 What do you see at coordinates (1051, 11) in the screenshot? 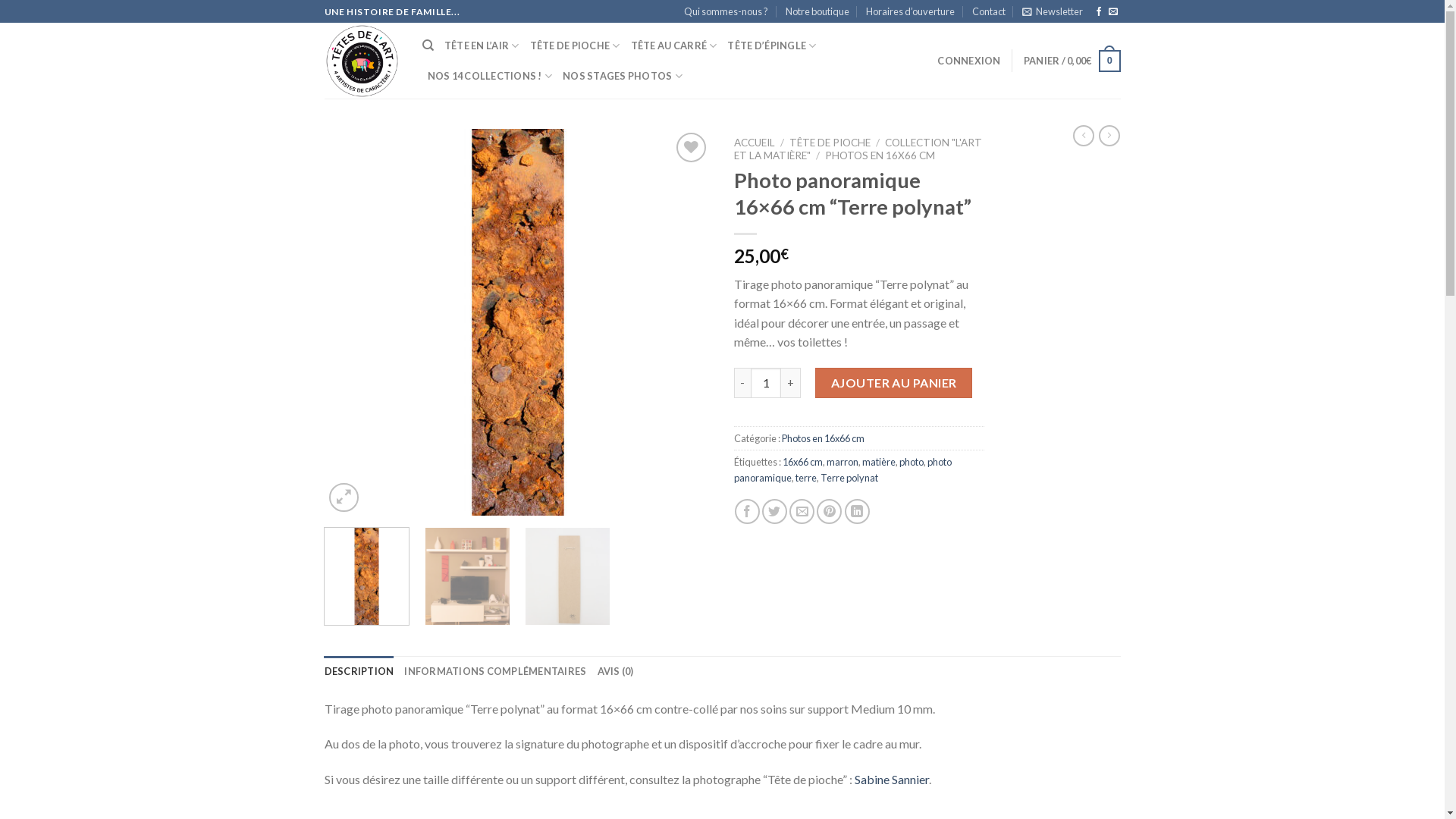
I see `'Newsletter'` at bounding box center [1051, 11].